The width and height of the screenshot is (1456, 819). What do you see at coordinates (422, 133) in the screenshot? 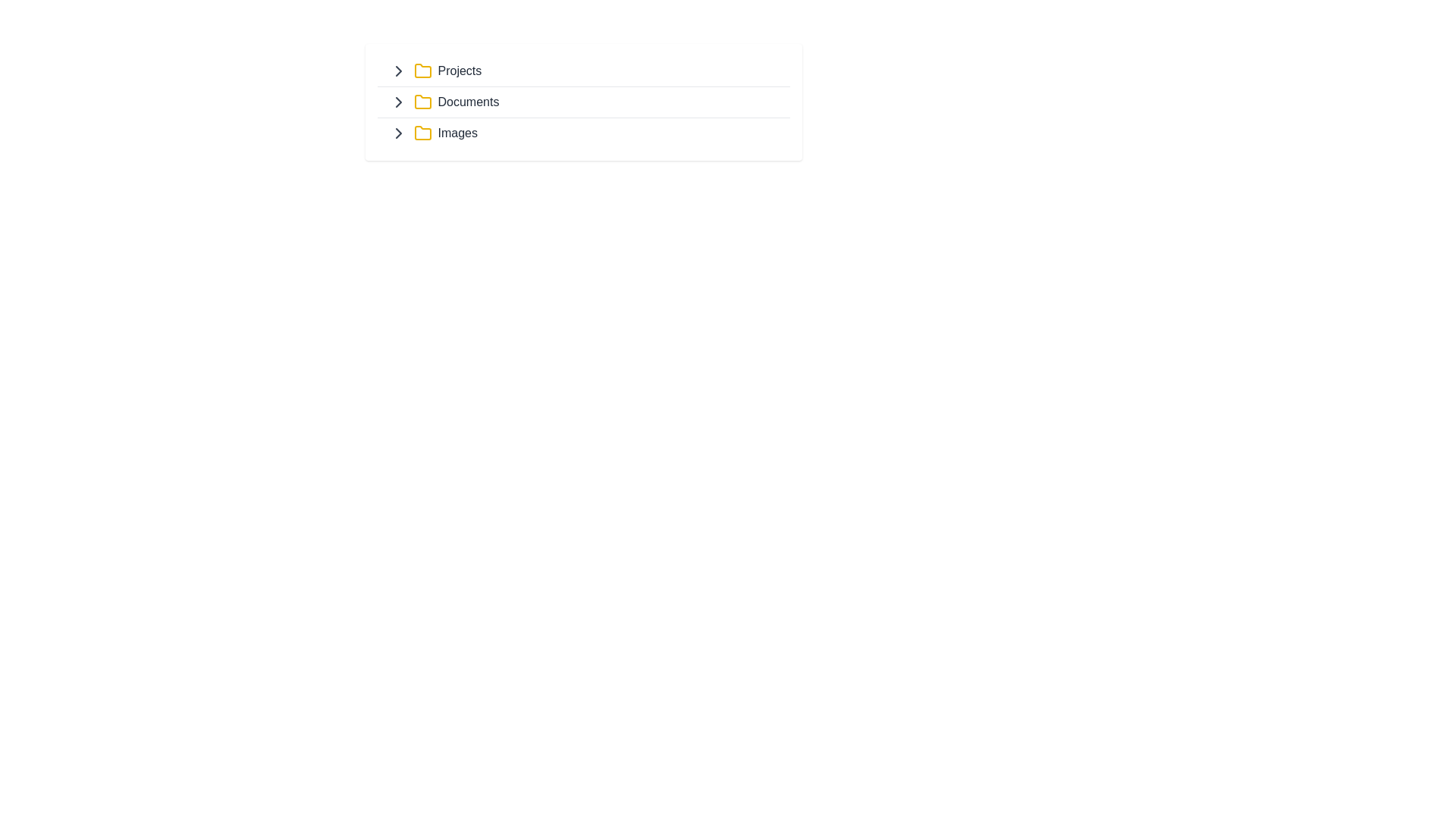
I see `the folder icon labeled 'Images', which is the third icon in a vertical list, located next to the text 'Images' and preceded by a chevron arrow` at bounding box center [422, 133].